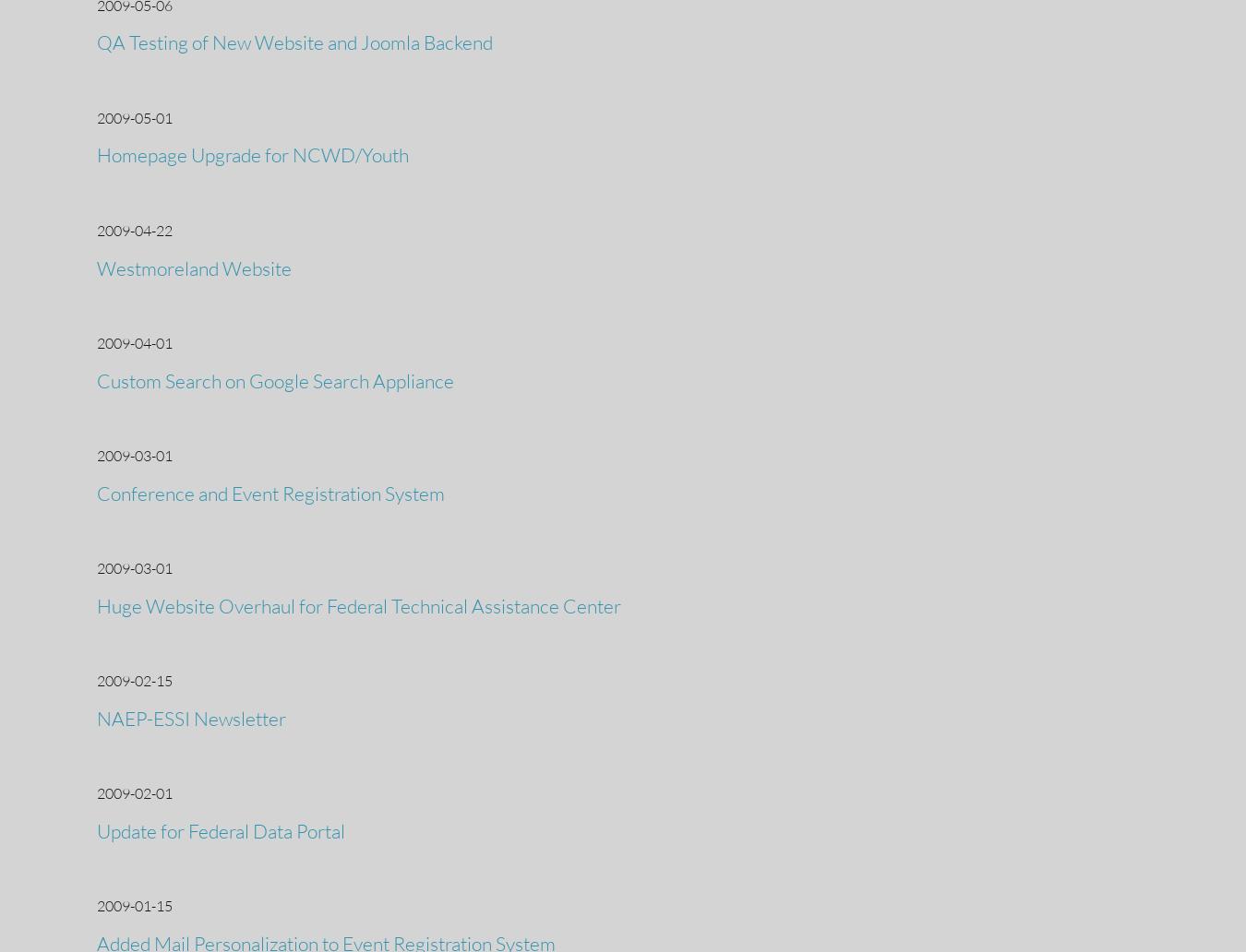 Image resolution: width=1246 pixels, height=952 pixels. What do you see at coordinates (134, 229) in the screenshot?
I see `'2009-04-22'` at bounding box center [134, 229].